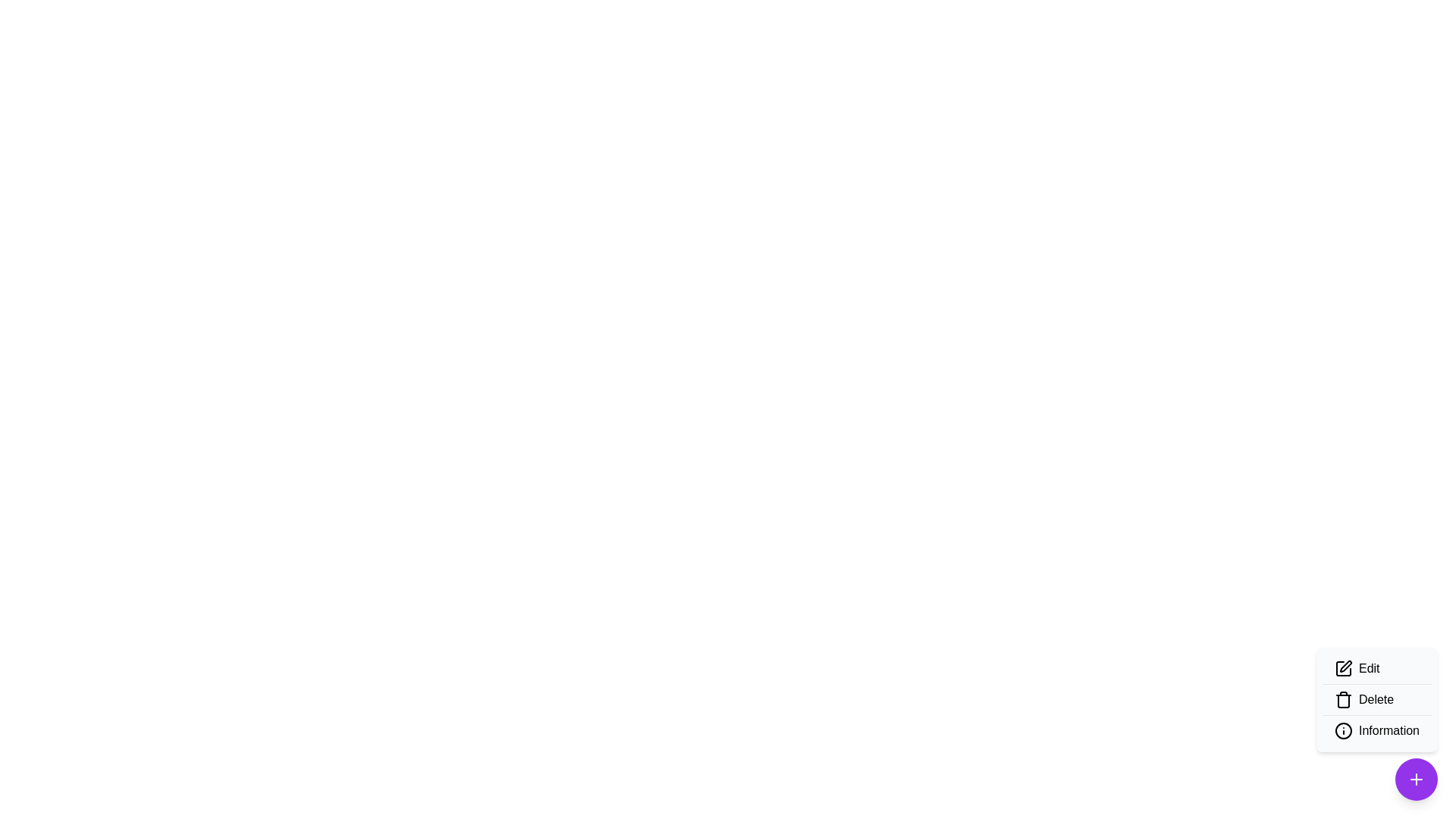 This screenshot has height=819, width=1456. What do you see at coordinates (1343, 668) in the screenshot?
I see `the left-most rectangular icon representing a pen and square, used for editing actions, located in the lower-right menu of the interface` at bounding box center [1343, 668].